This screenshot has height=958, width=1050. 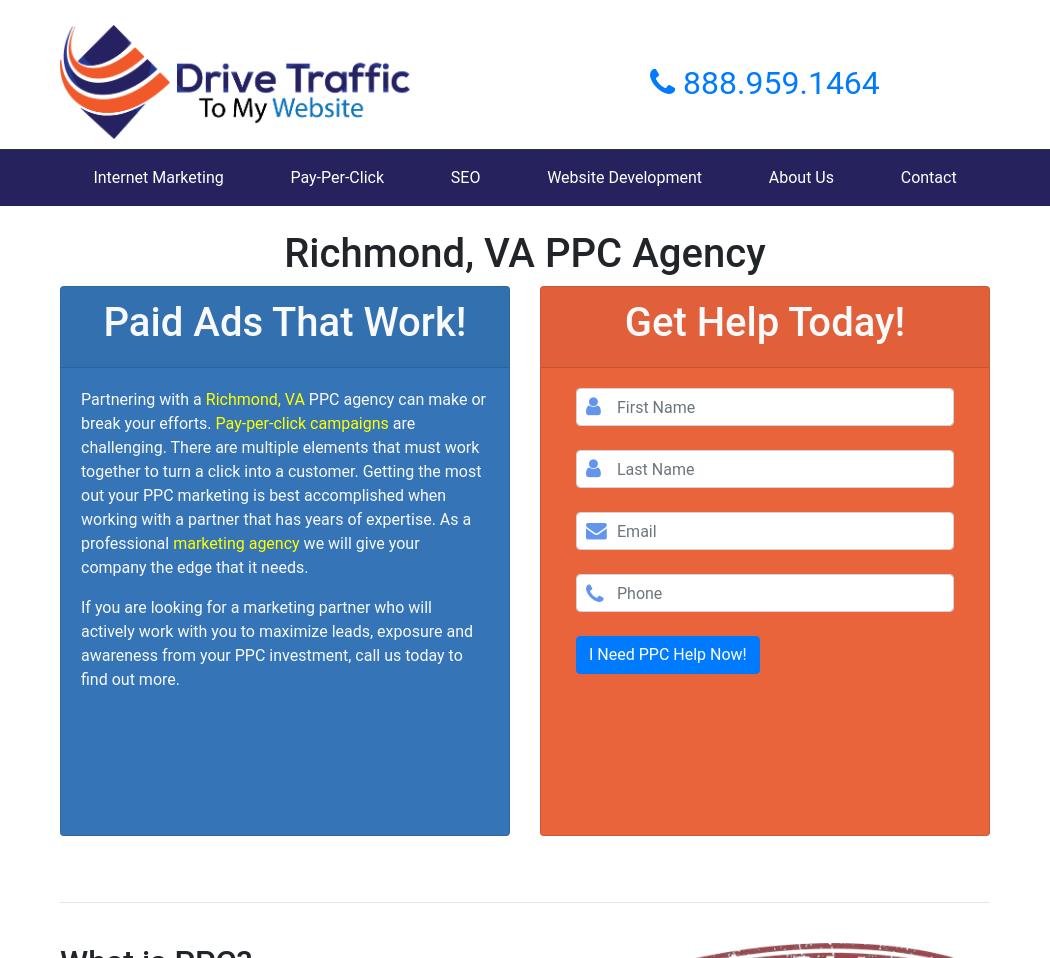 I want to click on 'PPC agency can make or break your efforts.', so click(x=281, y=411).